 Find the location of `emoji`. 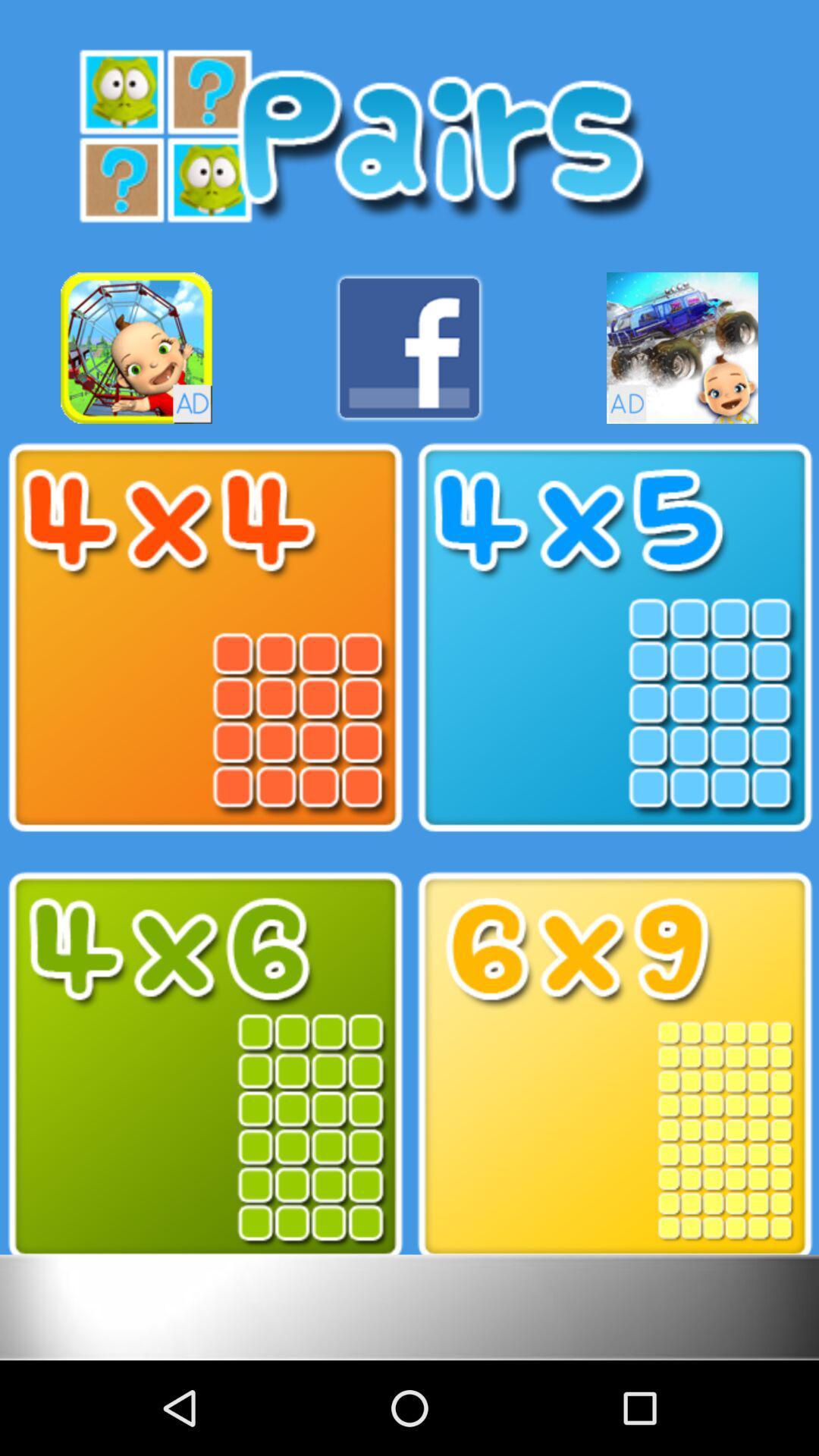

emoji is located at coordinates (136, 347).